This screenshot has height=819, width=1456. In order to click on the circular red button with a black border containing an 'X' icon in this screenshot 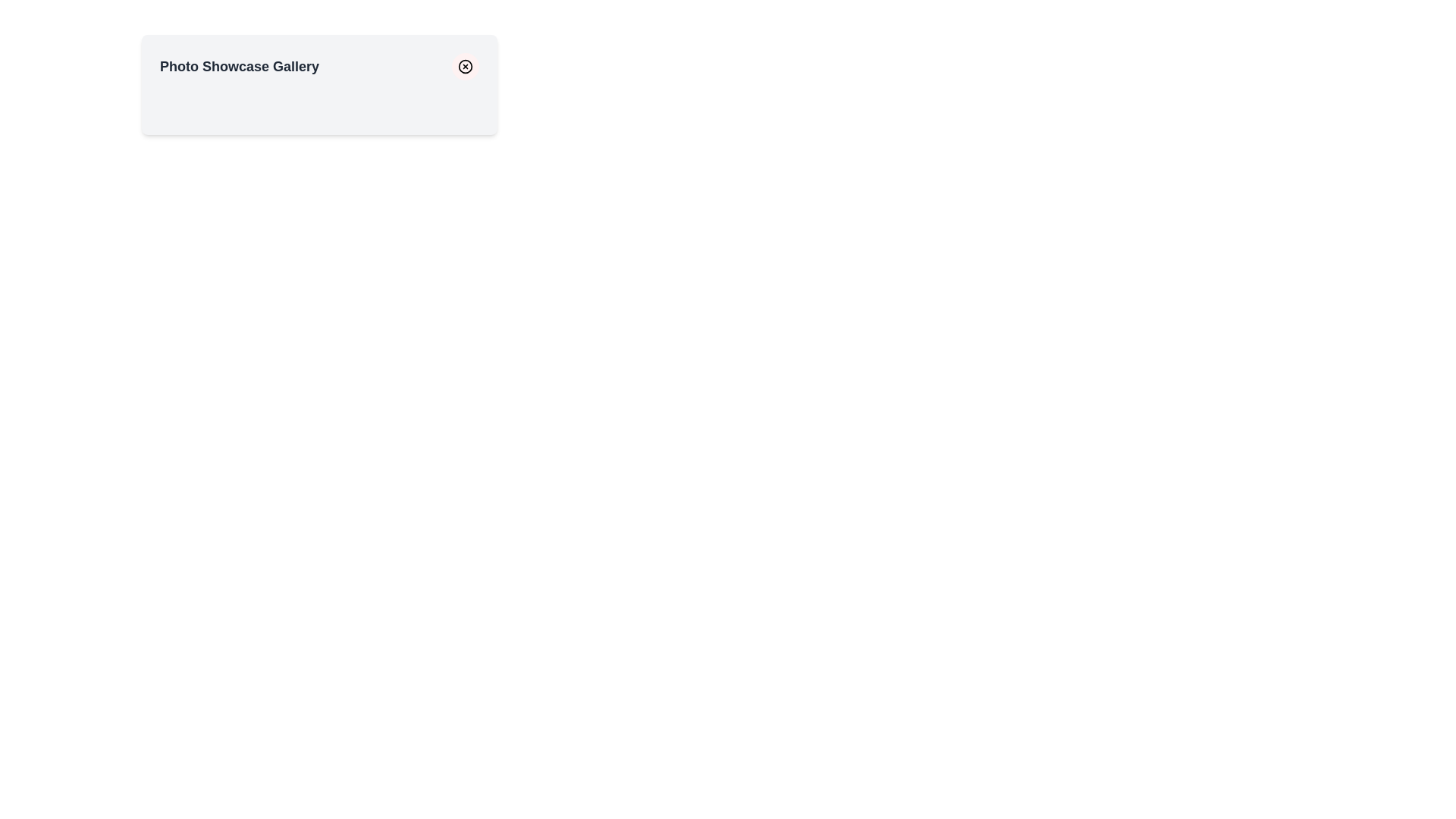, I will do `click(465, 66)`.